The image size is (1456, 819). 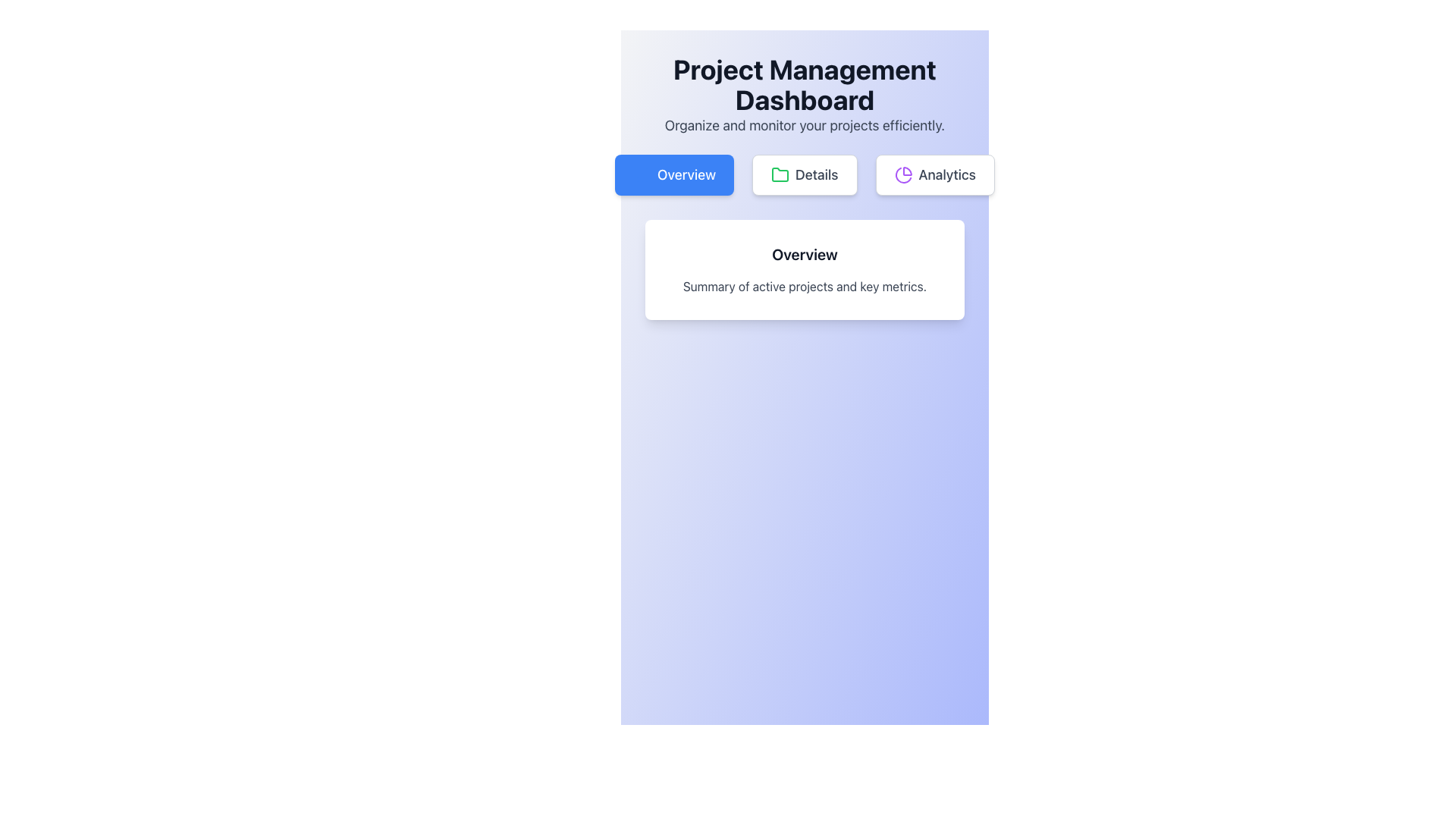 I want to click on the purple pie chart icon within the 'Analytics' button located at the top right of the interface, so click(x=903, y=174).